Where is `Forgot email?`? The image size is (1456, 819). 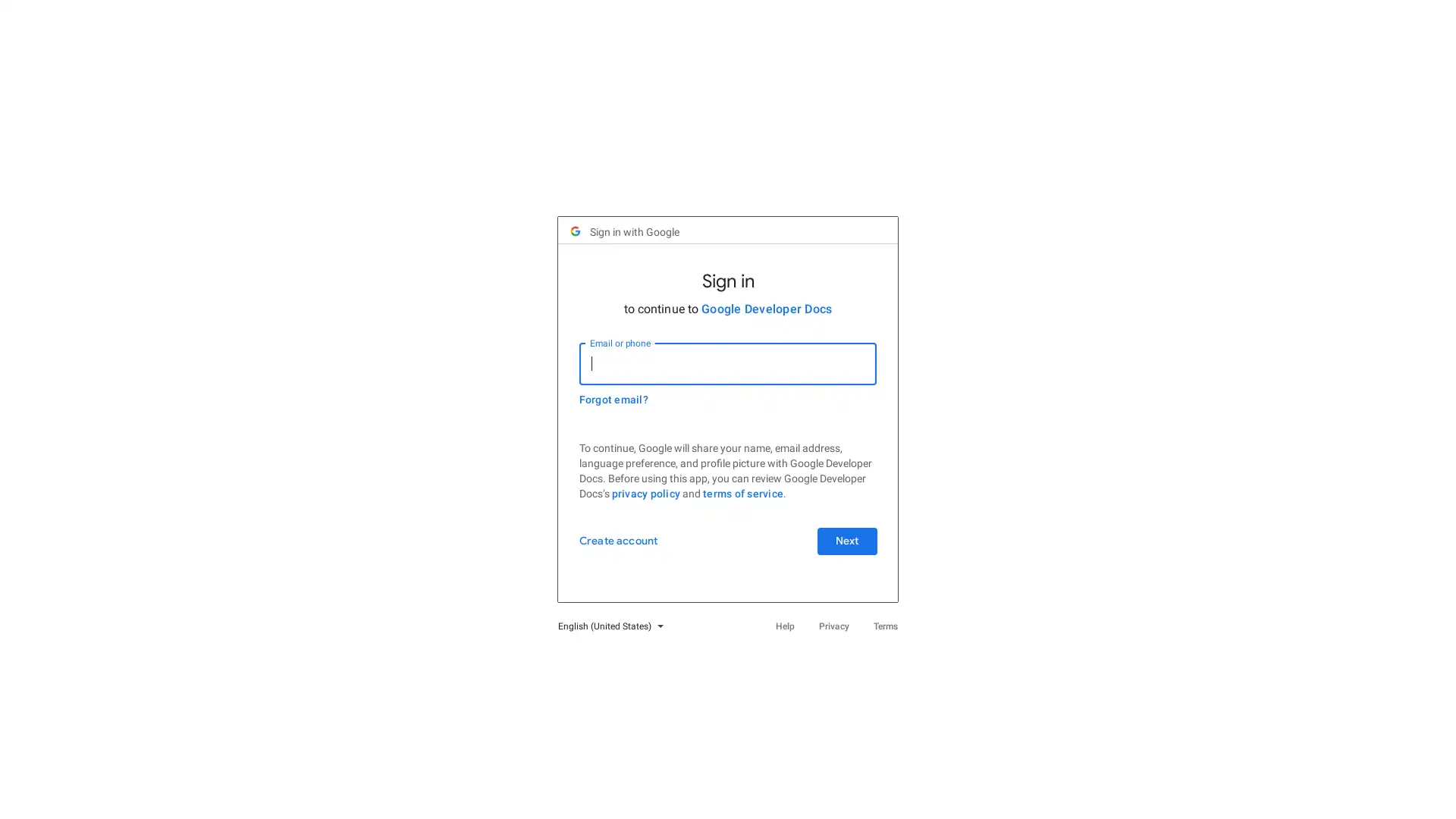
Forgot email? is located at coordinates (623, 397).